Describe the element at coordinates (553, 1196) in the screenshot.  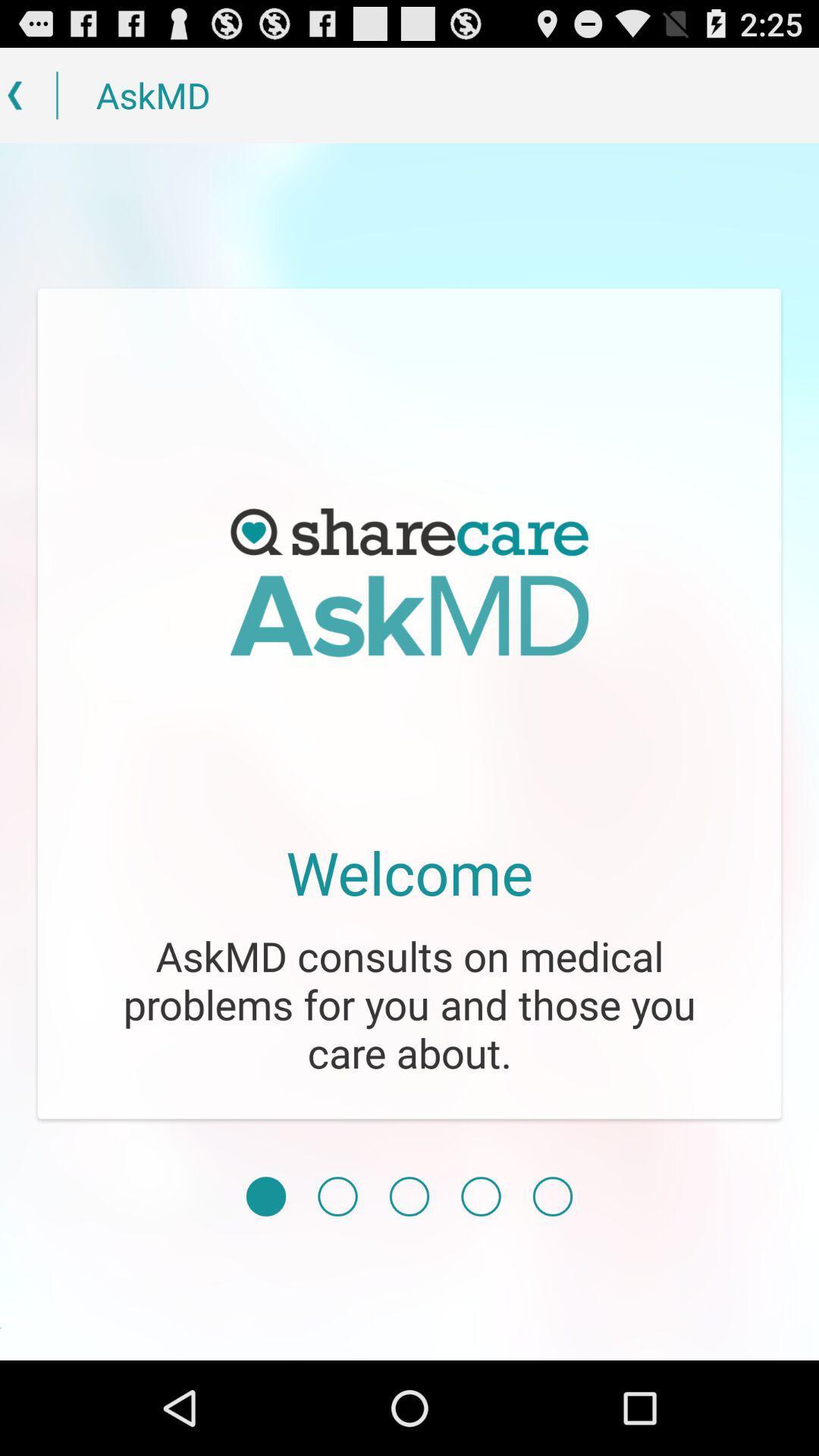
I see `the radio button at the bottom right corner` at that location.